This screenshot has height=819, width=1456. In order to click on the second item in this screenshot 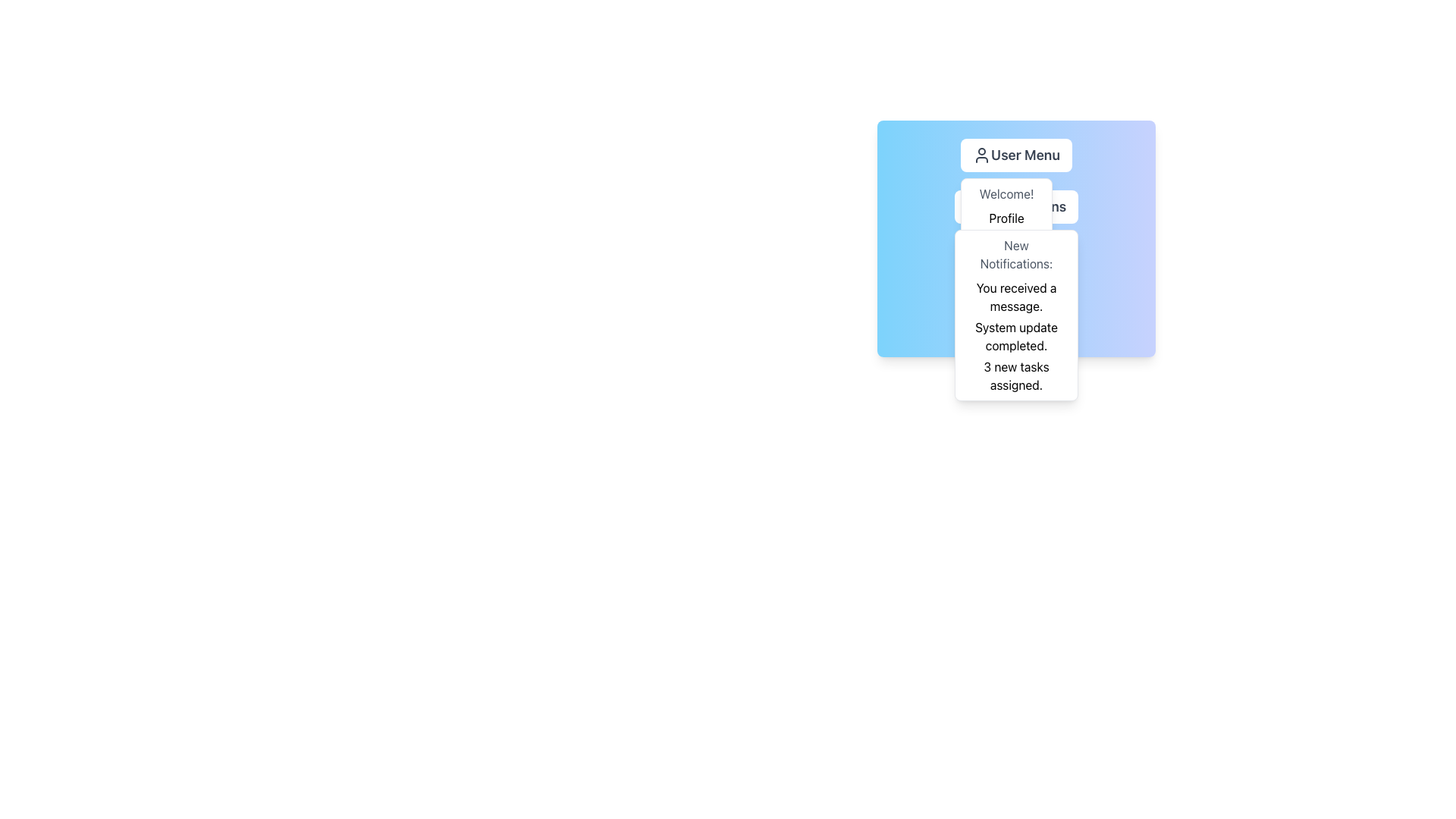, I will do `click(1016, 207)`.